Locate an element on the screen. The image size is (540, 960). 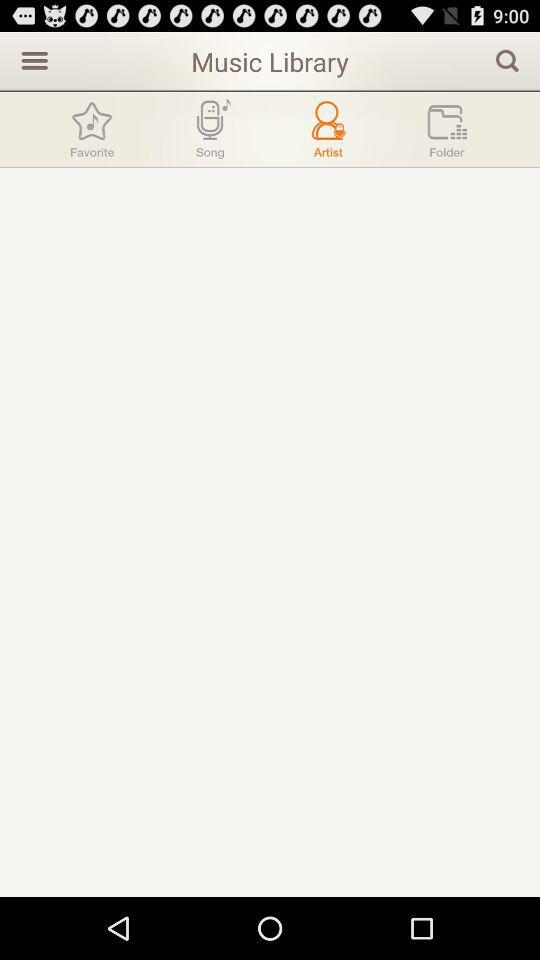
music folder is located at coordinates (447, 128).